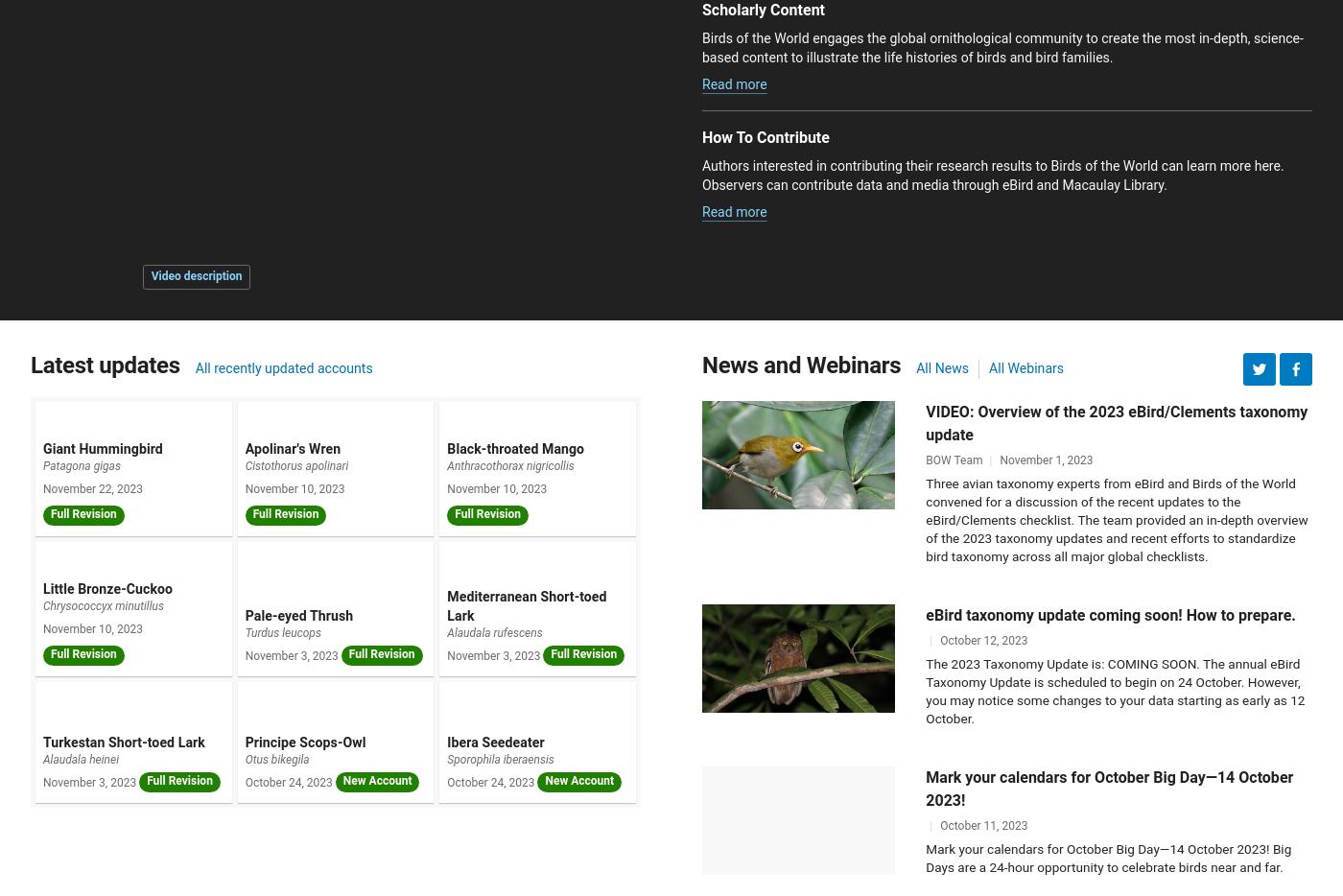 The width and height of the screenshot is (1343, 896). What do you see at coordinates (298, 616) in the screenshot?
I see `'Pale-eyed Thrush'` at bounding box center [298, 616].